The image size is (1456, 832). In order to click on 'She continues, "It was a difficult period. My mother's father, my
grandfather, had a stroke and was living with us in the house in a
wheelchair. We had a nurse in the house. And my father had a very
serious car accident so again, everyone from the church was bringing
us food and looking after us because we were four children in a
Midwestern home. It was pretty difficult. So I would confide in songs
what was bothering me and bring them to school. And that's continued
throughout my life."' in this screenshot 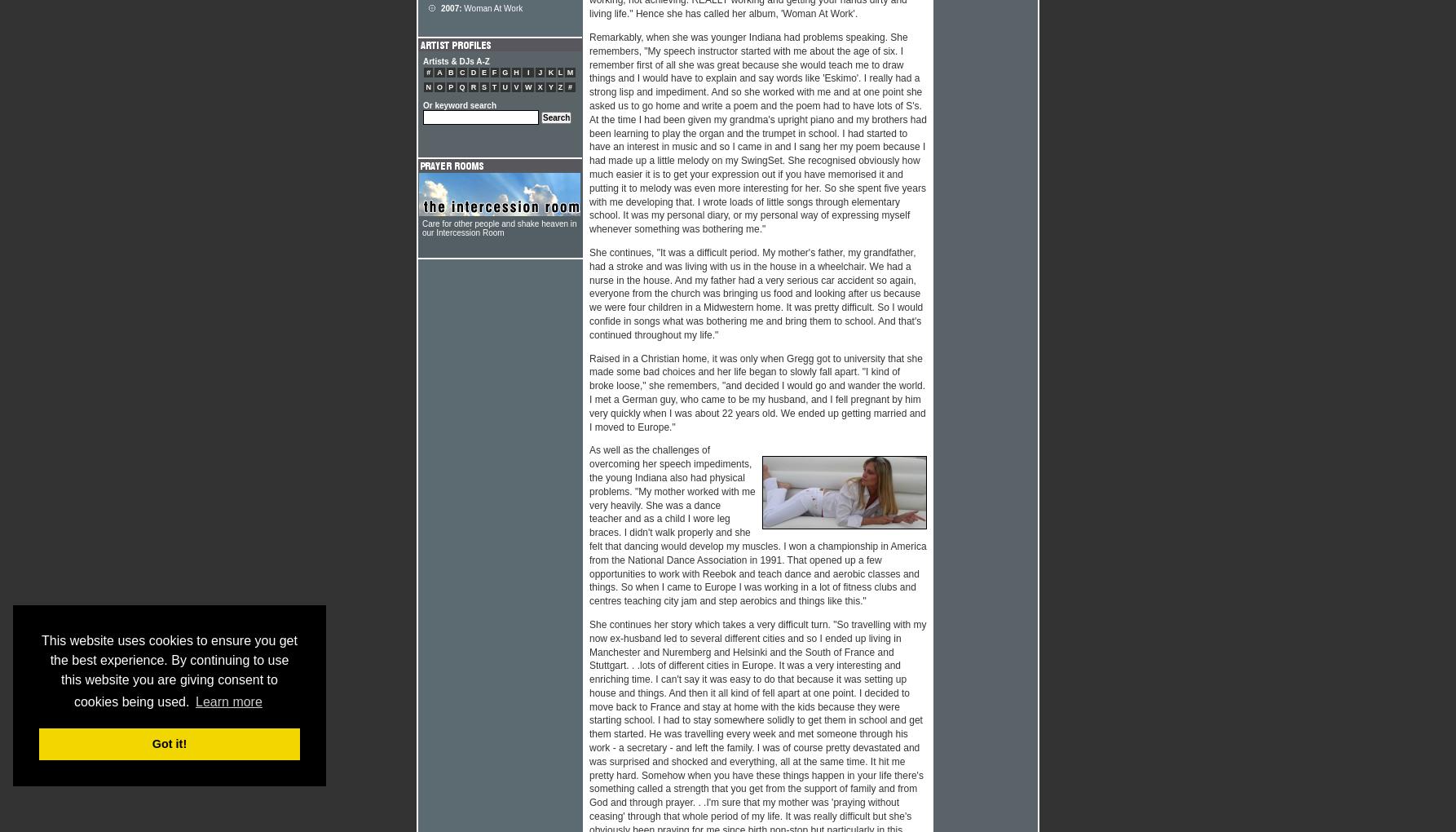, I will do `click(756, 292)`.